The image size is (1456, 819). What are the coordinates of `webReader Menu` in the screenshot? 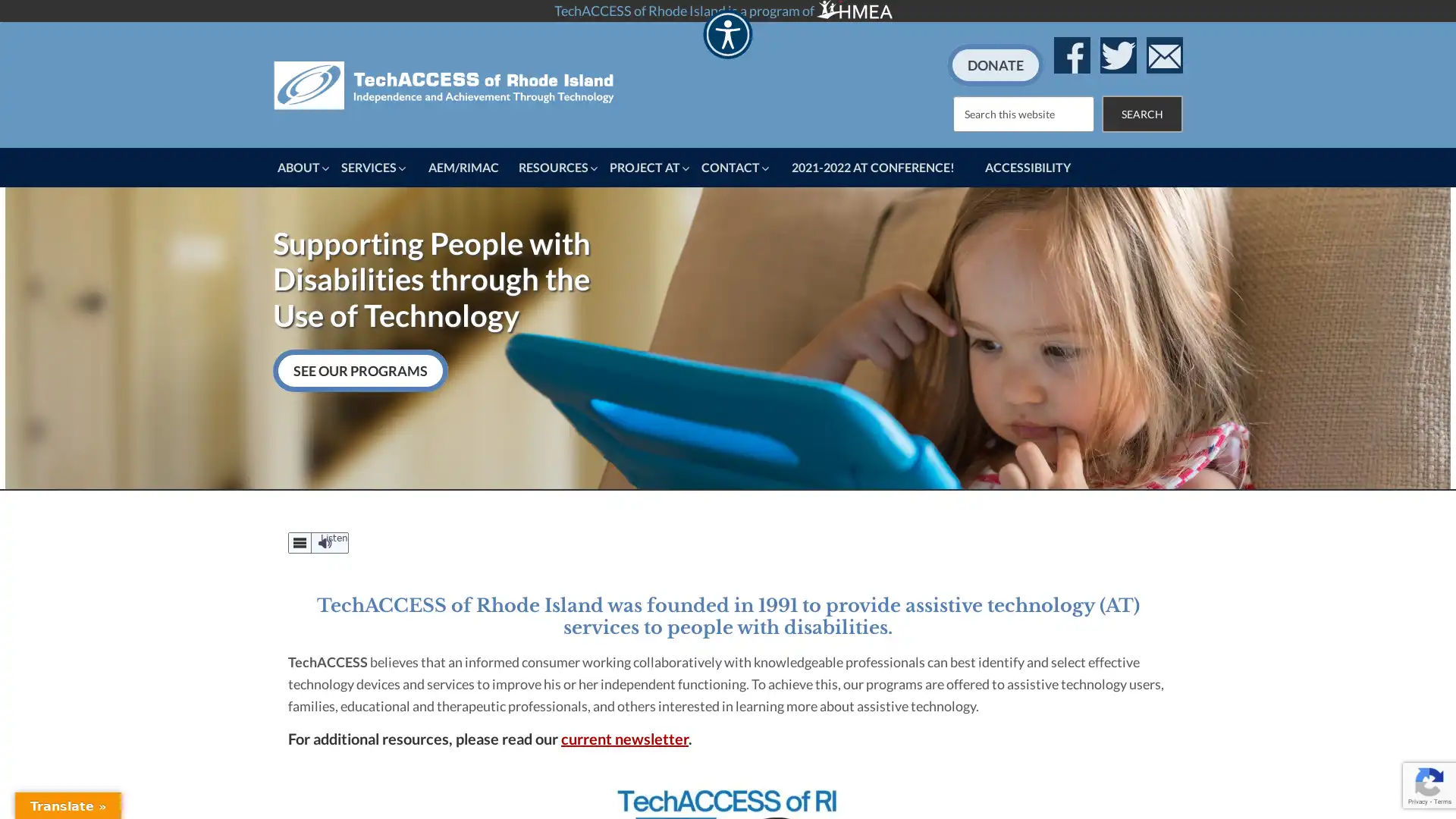 It's located at (300, 541).